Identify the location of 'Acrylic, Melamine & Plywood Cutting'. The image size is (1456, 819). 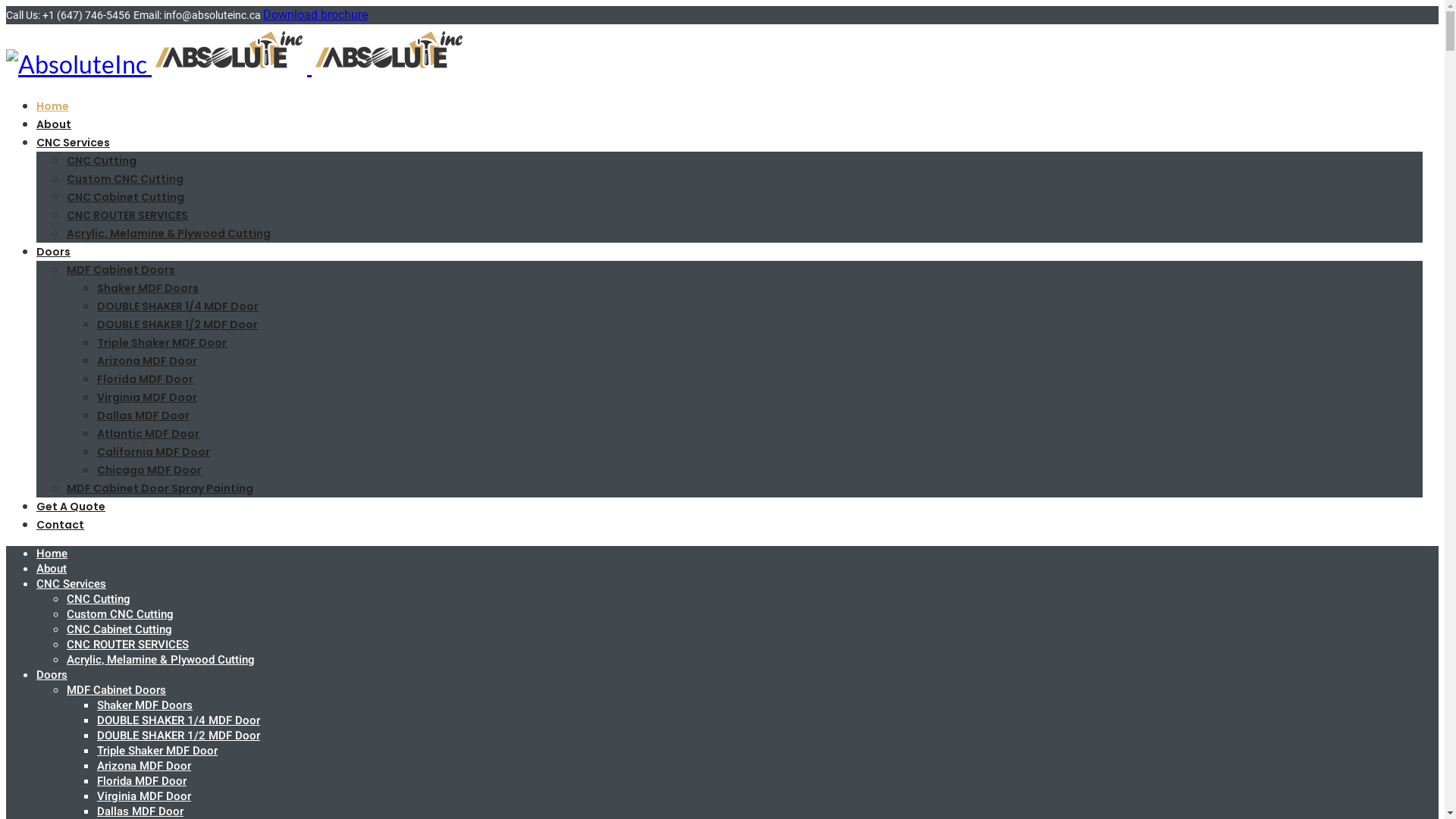
(160, 659).